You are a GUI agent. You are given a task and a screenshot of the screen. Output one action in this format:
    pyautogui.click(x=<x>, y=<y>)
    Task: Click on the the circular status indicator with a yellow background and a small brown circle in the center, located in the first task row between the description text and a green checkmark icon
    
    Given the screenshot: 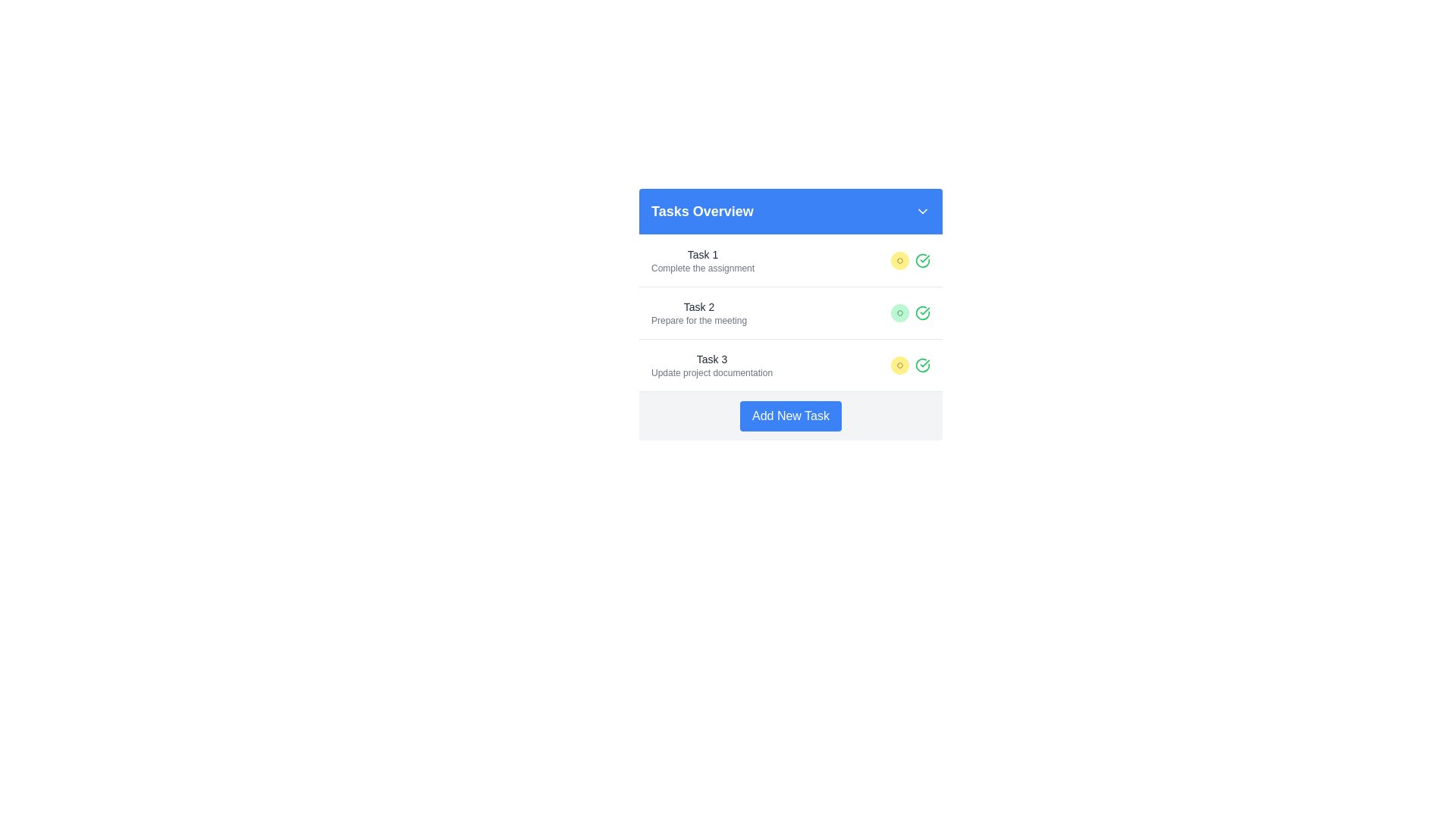 What is the action you would take?
    pyautogui.click(x=910, y=259)
    